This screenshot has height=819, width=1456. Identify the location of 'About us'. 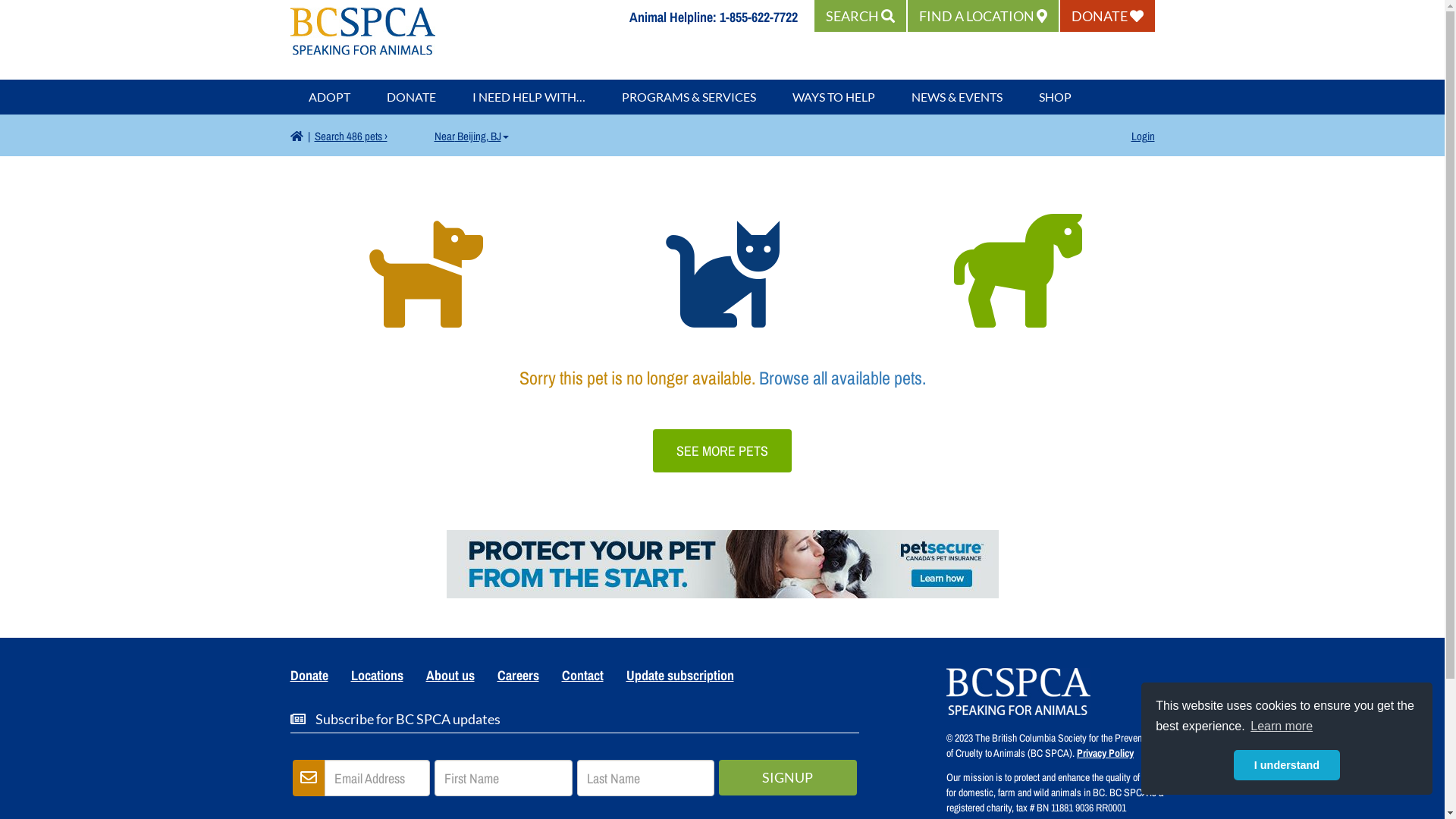
(449, 676).